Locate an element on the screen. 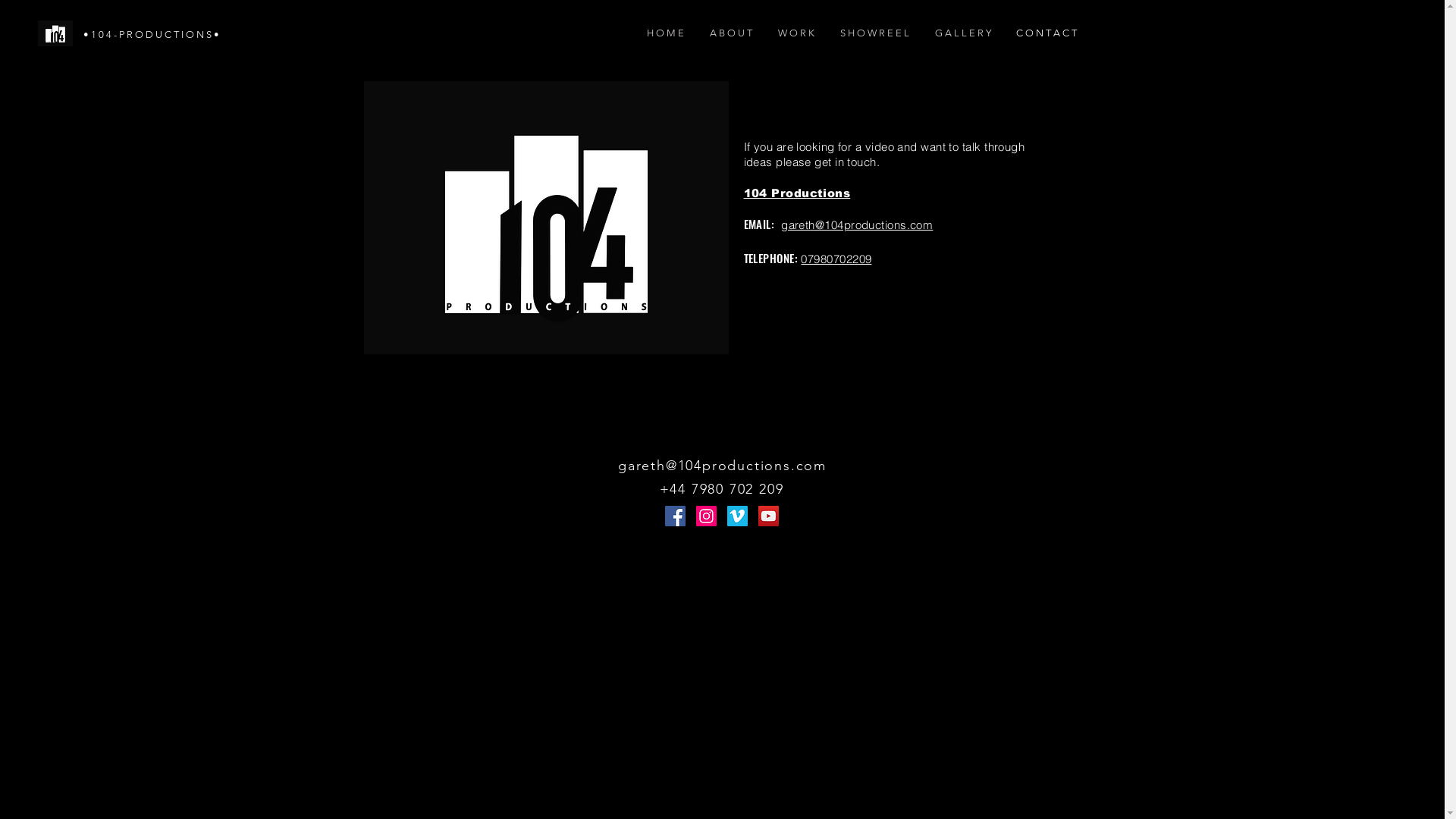 This screenshot has width=1456, height=819. 'G A L L E R Y' is located at coordinates (921, 33).